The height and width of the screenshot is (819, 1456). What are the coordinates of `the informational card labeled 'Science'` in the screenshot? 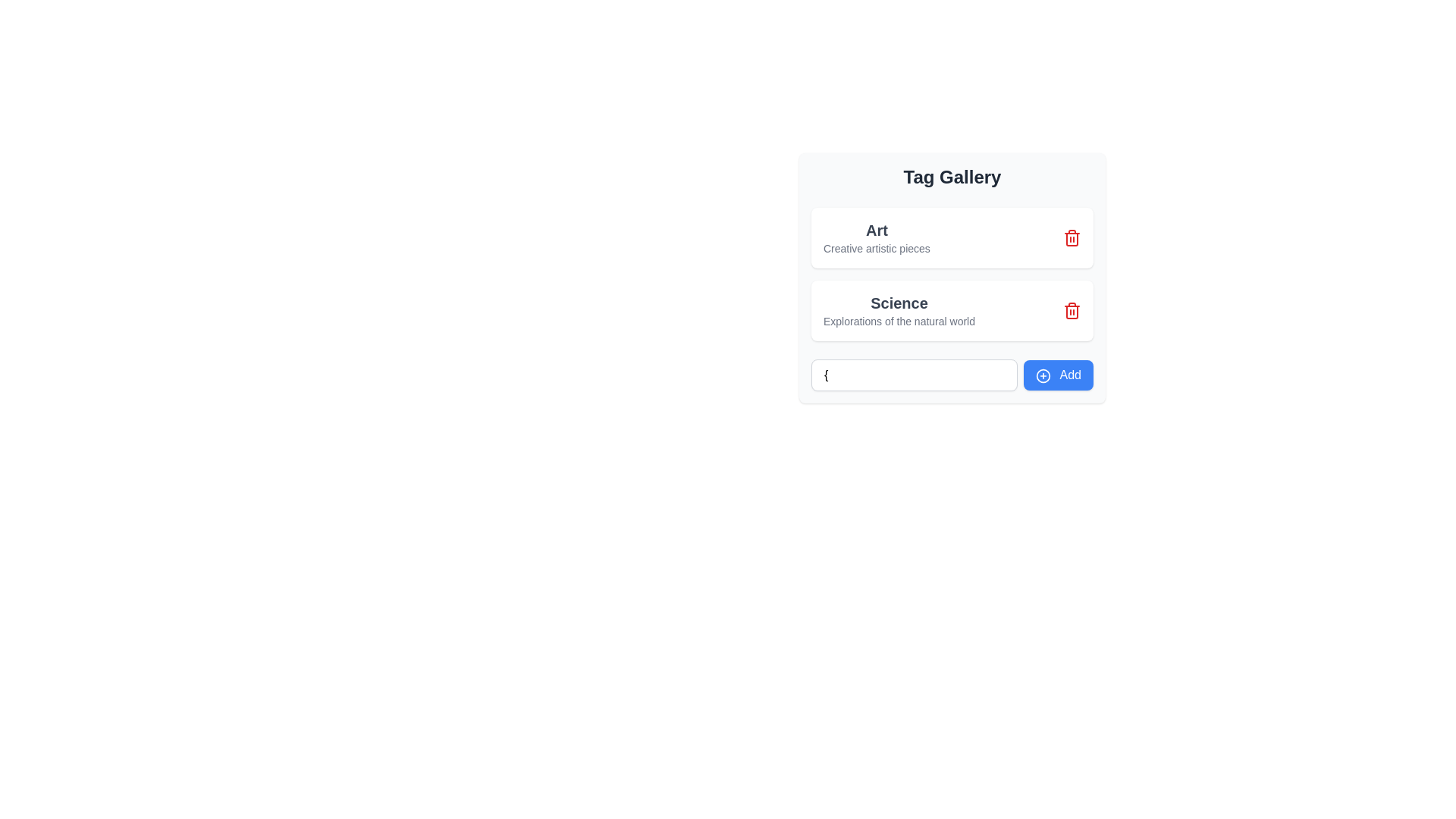 It's located at (952, 309).